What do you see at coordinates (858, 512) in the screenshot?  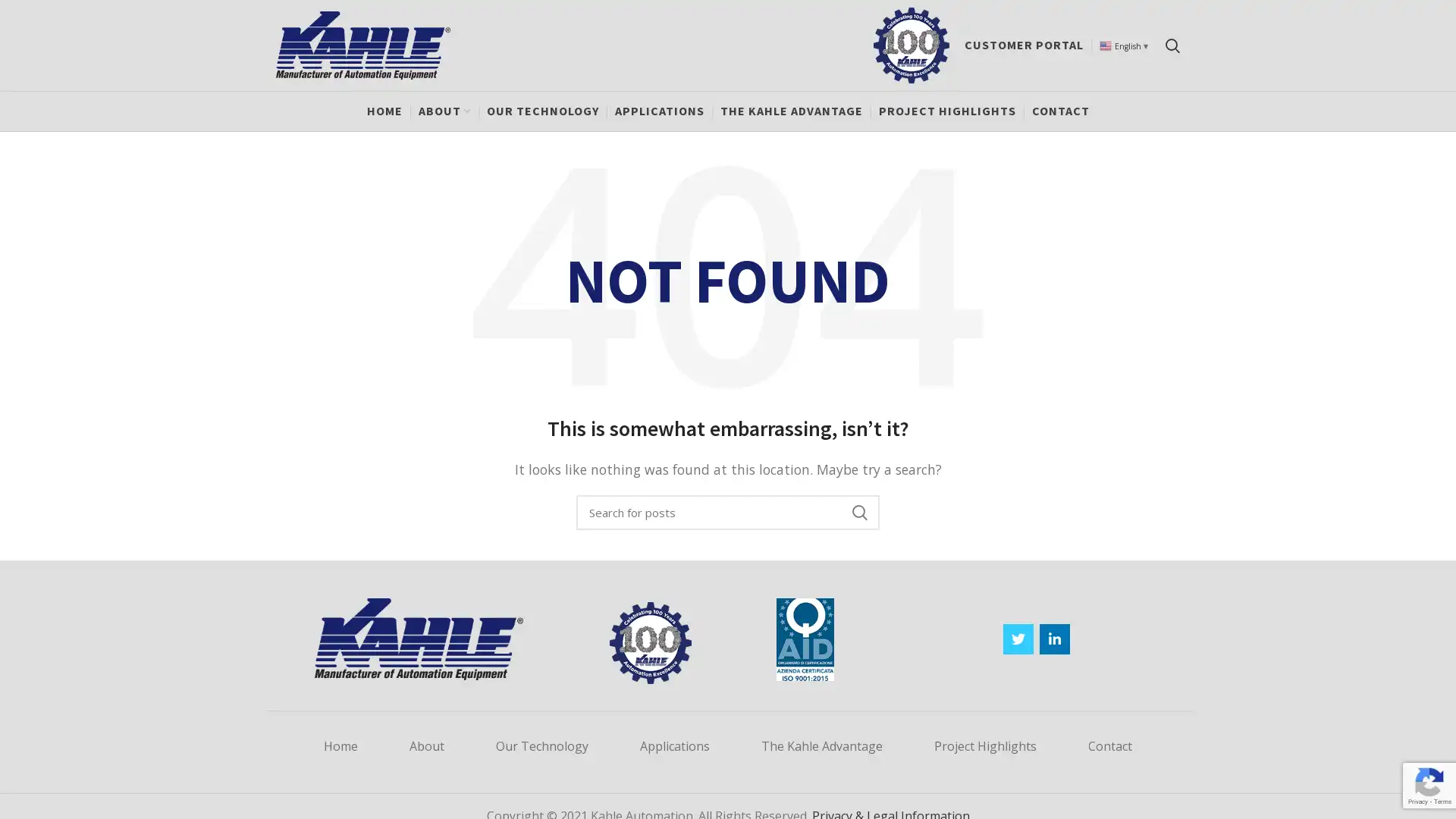 I see `SEARCH` at bounding box center [858, 512].